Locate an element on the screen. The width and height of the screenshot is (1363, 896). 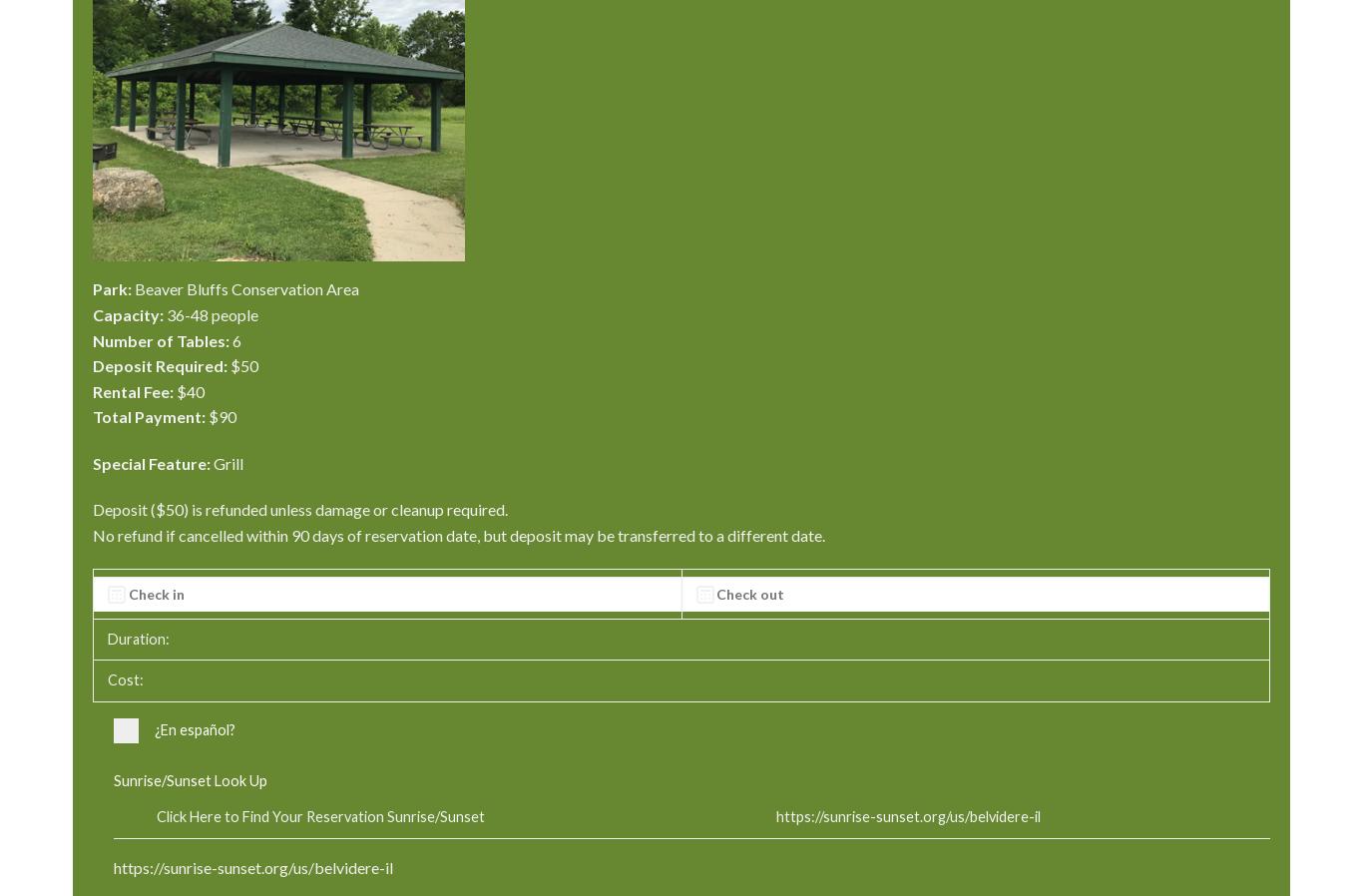
'contact us' is located at coordinates (123, 320).